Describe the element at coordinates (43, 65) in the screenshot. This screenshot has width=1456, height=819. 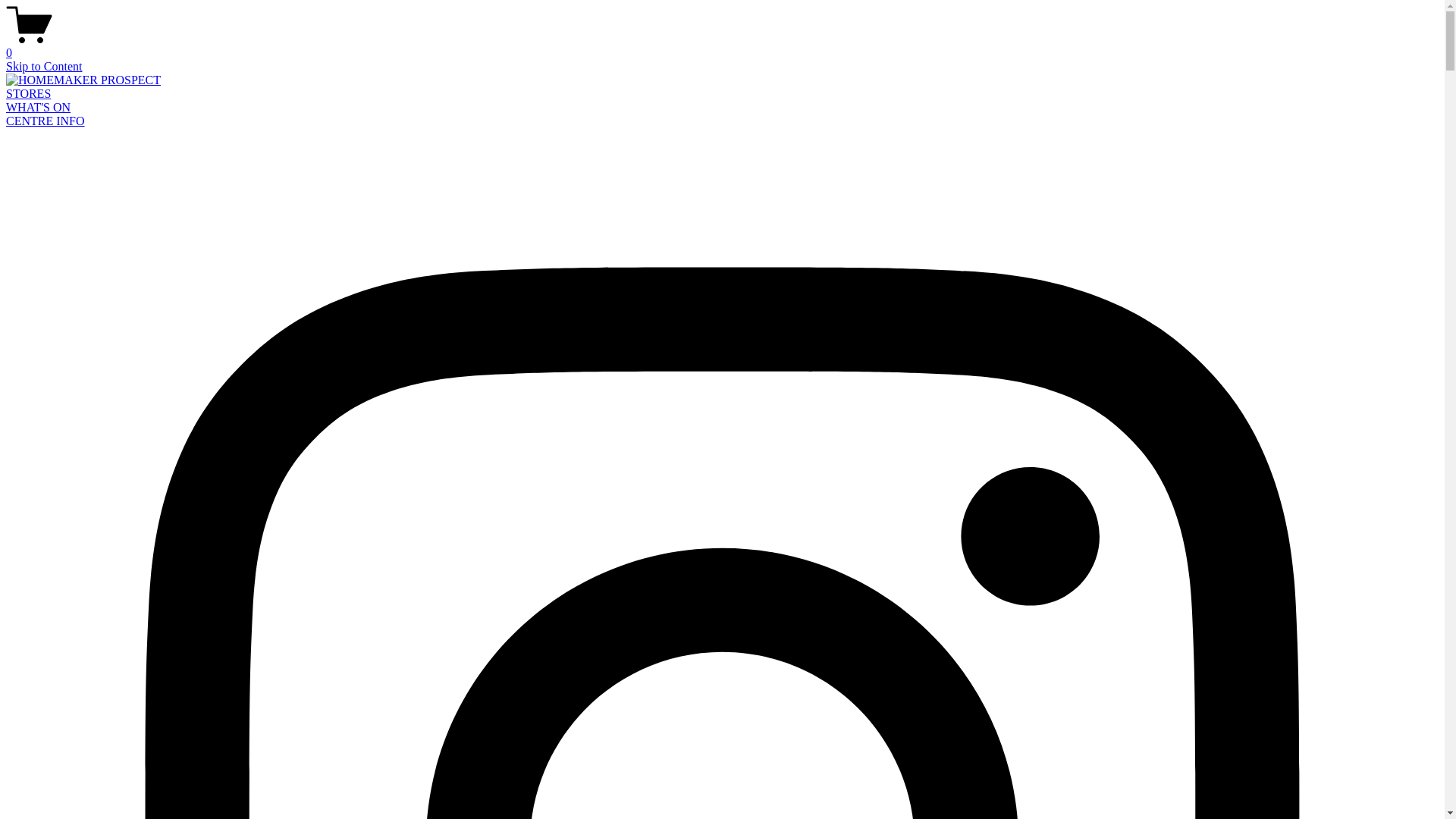
I see `'Skip to Content'` at that location.